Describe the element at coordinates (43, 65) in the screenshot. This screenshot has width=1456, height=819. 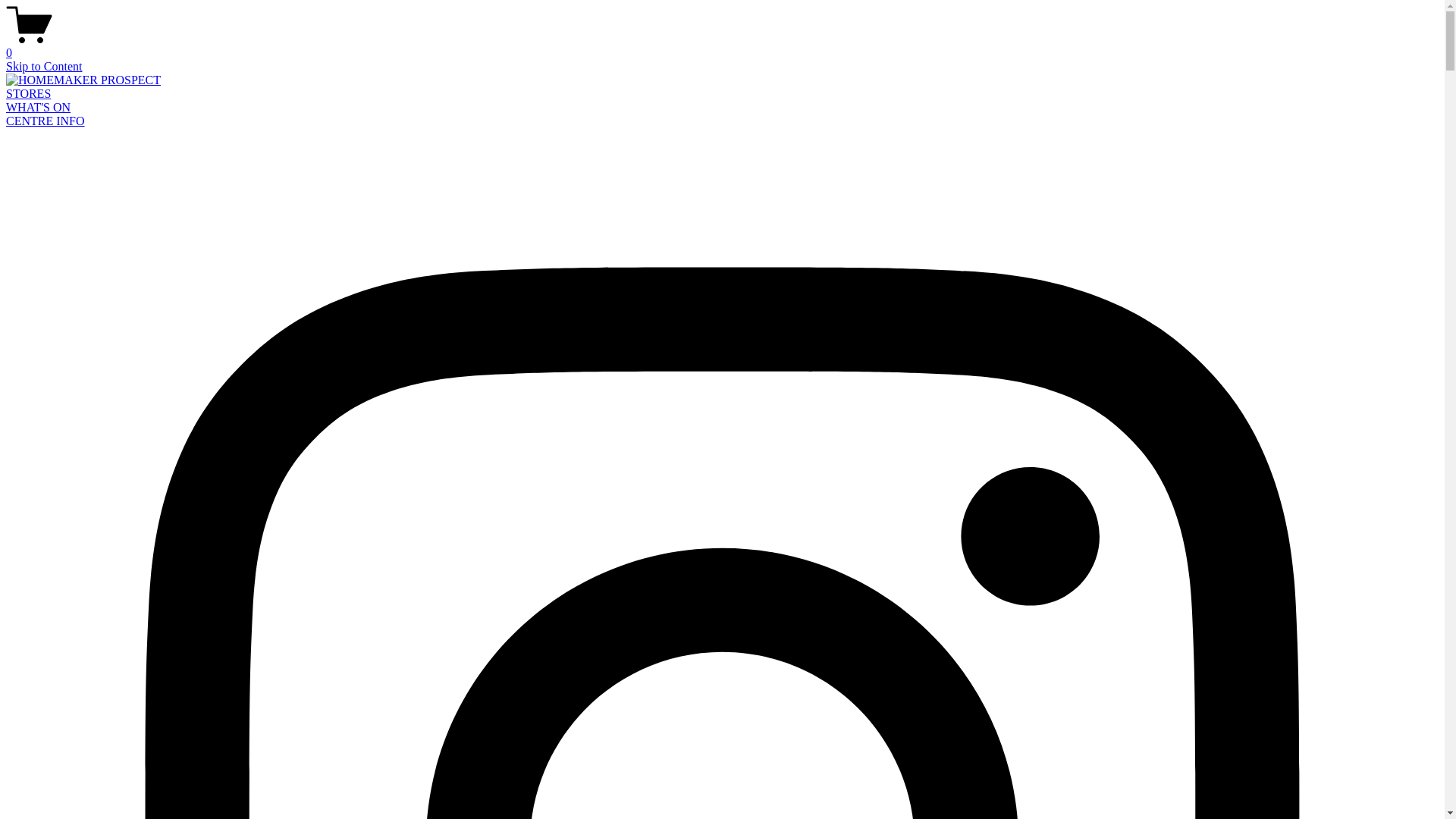
I see `'Skip to Content'` at that location.